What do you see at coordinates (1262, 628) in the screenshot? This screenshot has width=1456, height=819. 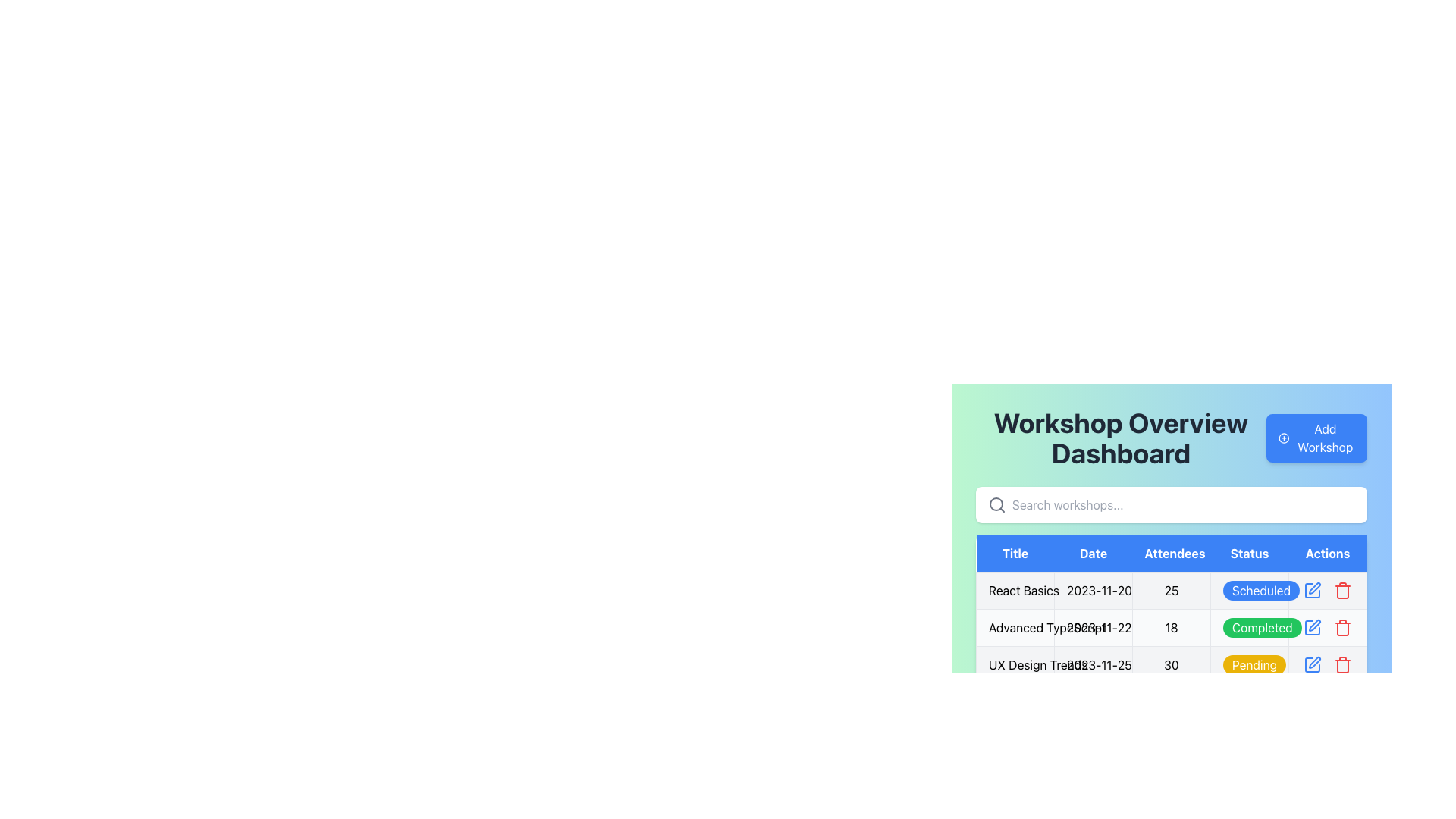 I see `the Status label styled as a rounded rectangle with a green background and white text reading 'Completed' located in the fourth column of the second row of the 'Workshop Overview Dashboard'` at bounding box center [1262, 628].